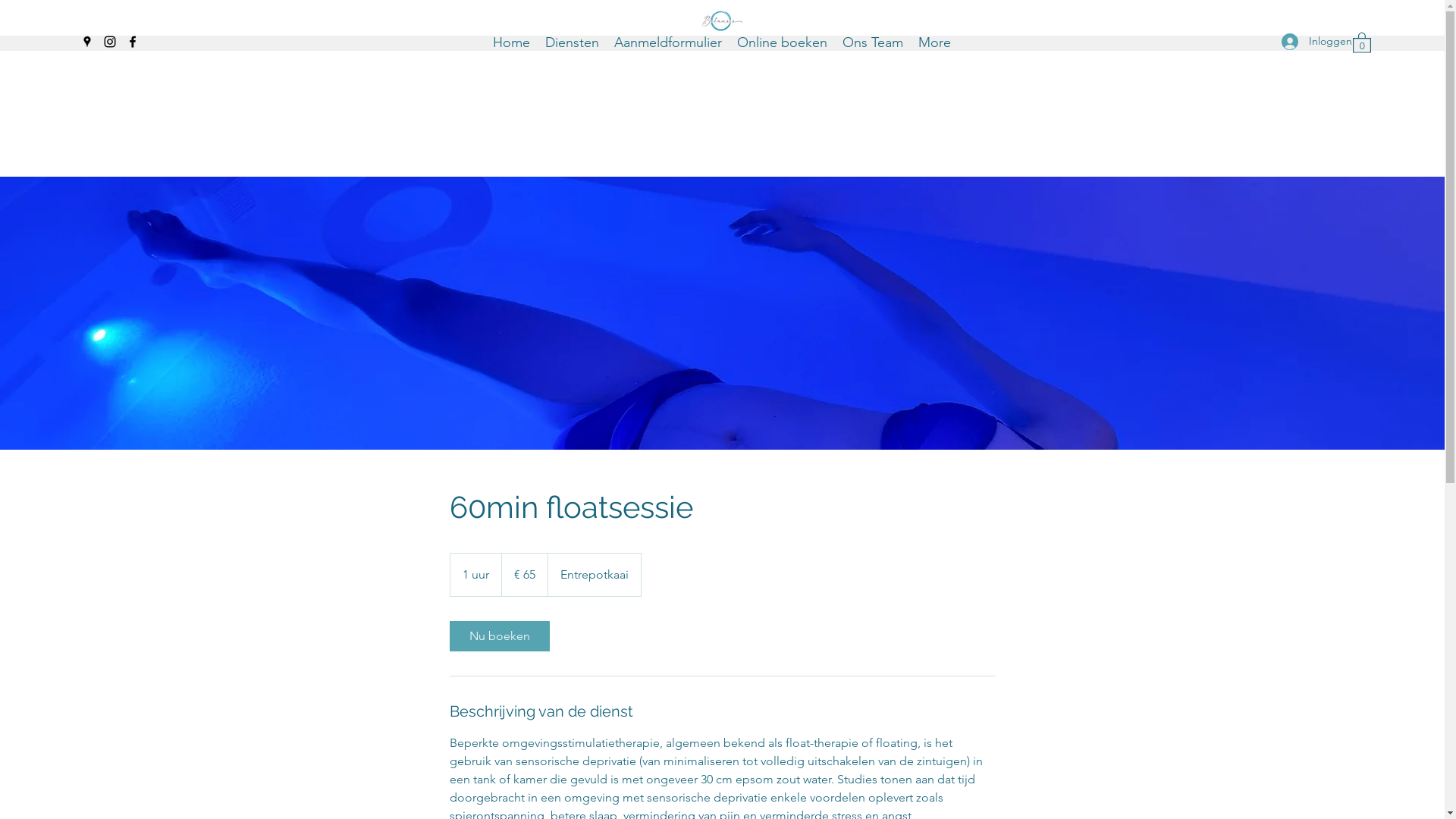  Describe the element at coordinates (1304, 40) in the screenshot. I see `'Inloggen'` at that location.